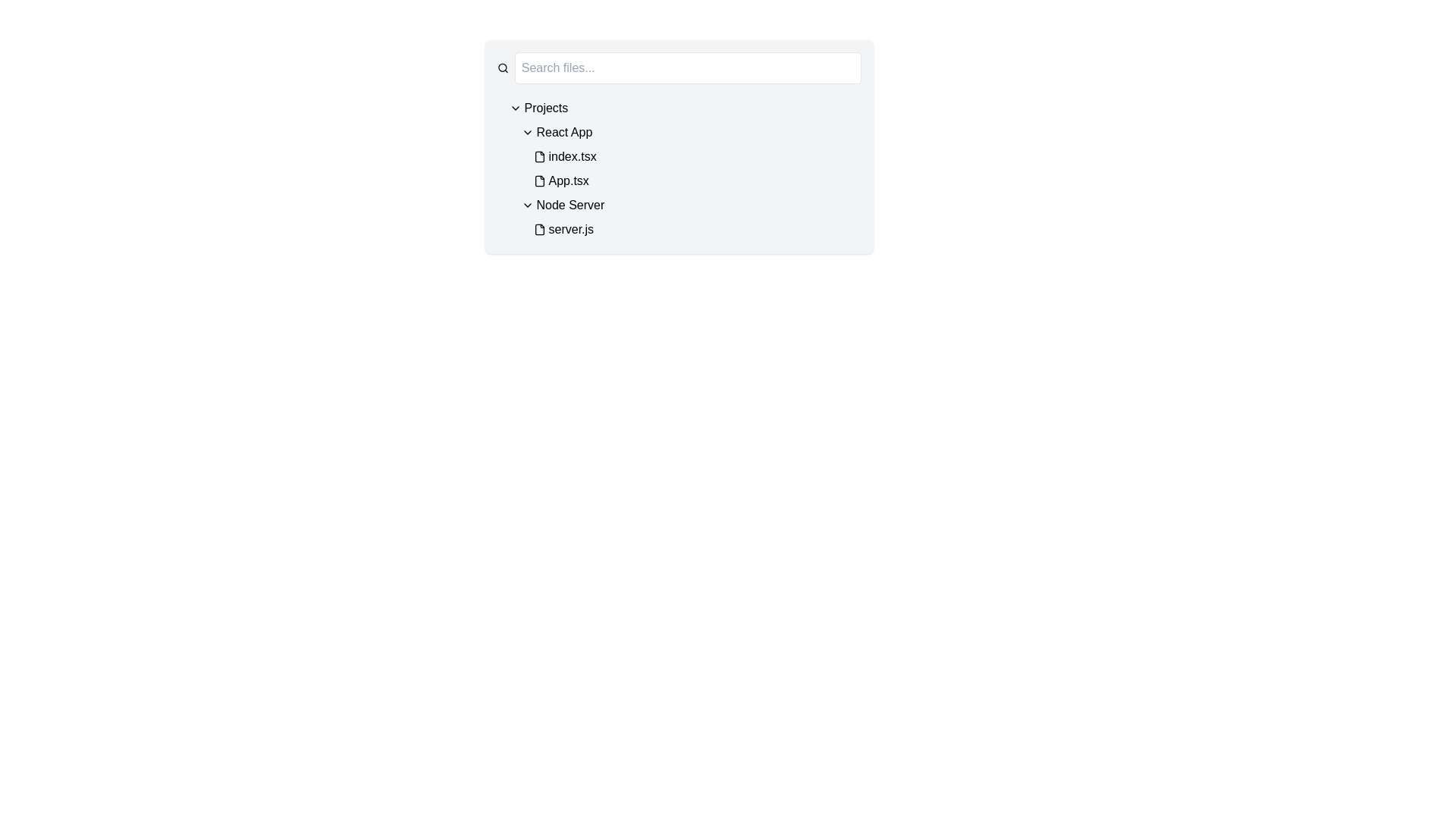 The width and height of the screenshot is (1456, 819). What do you see at coordinates (546, 107) in the screenshot?
I see `the 'Projects' text label in the left-sidebar of the file navigation panel to interact with it` at bounding box center [546, 107].